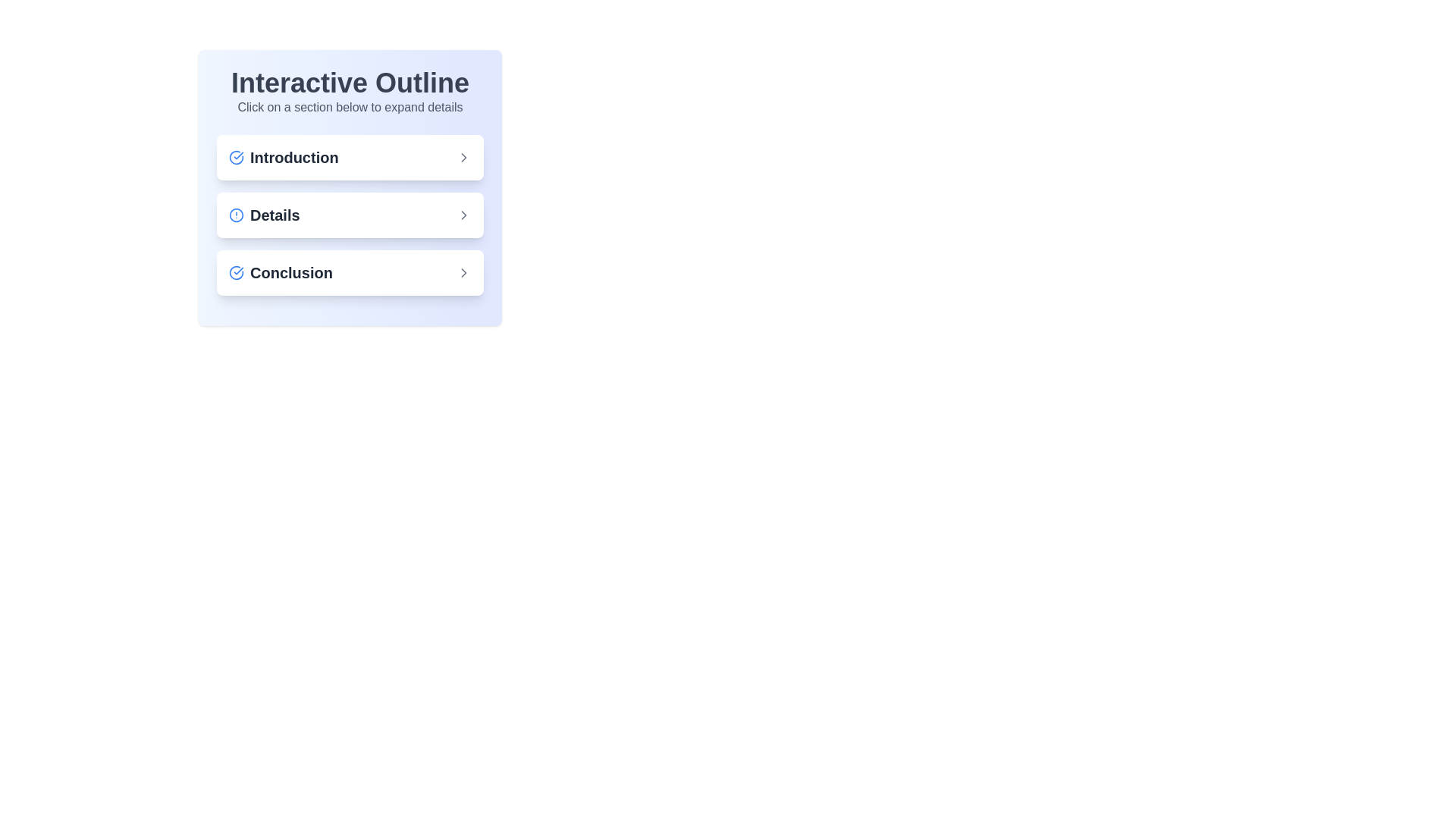 The height and width of the screenshot is (819, 1456). I want to click on the 'Details' navigational button, so click(264, 215).